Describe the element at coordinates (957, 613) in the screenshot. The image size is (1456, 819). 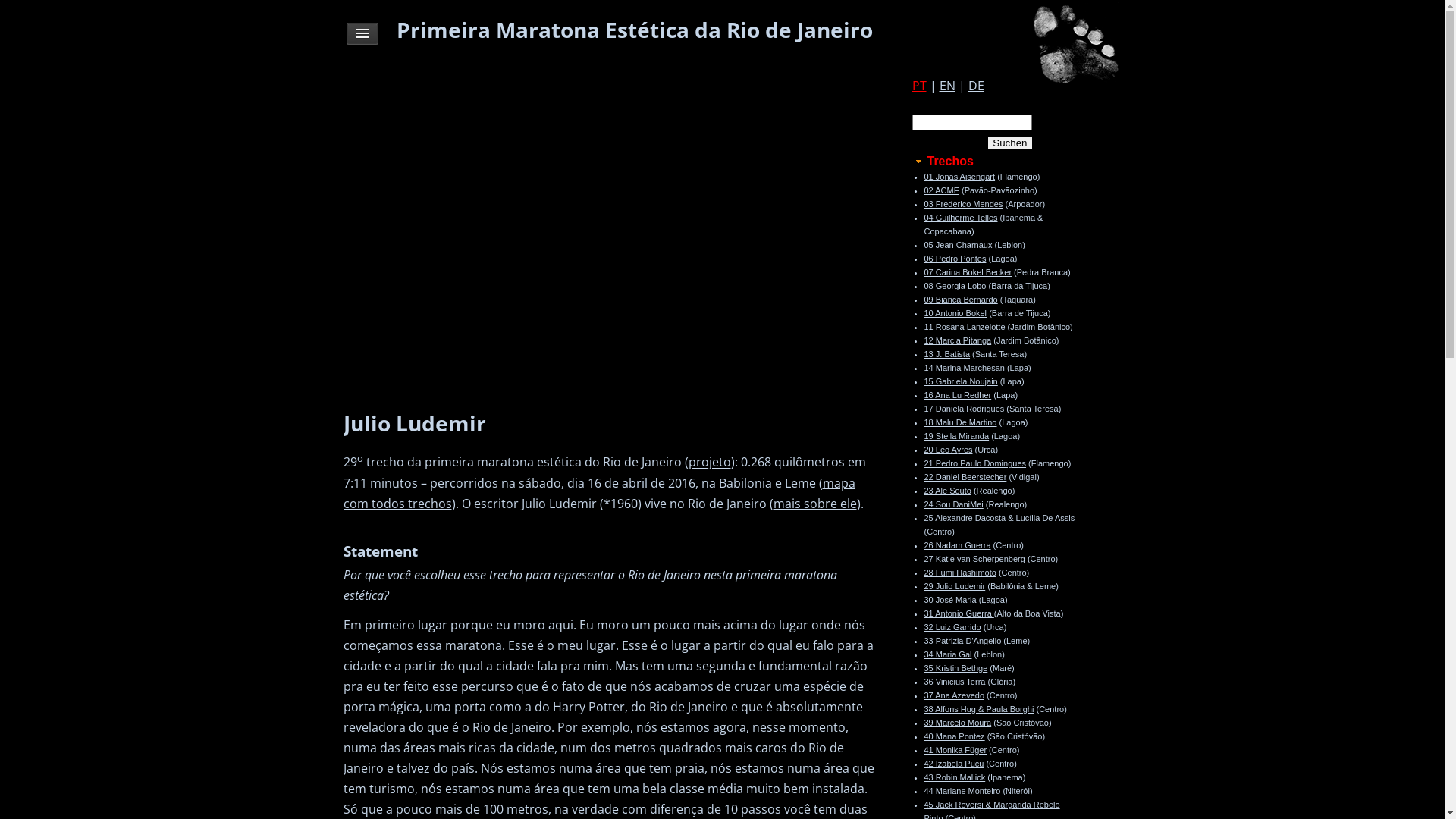
I see `'31 Antonio Guerra'` at that location.